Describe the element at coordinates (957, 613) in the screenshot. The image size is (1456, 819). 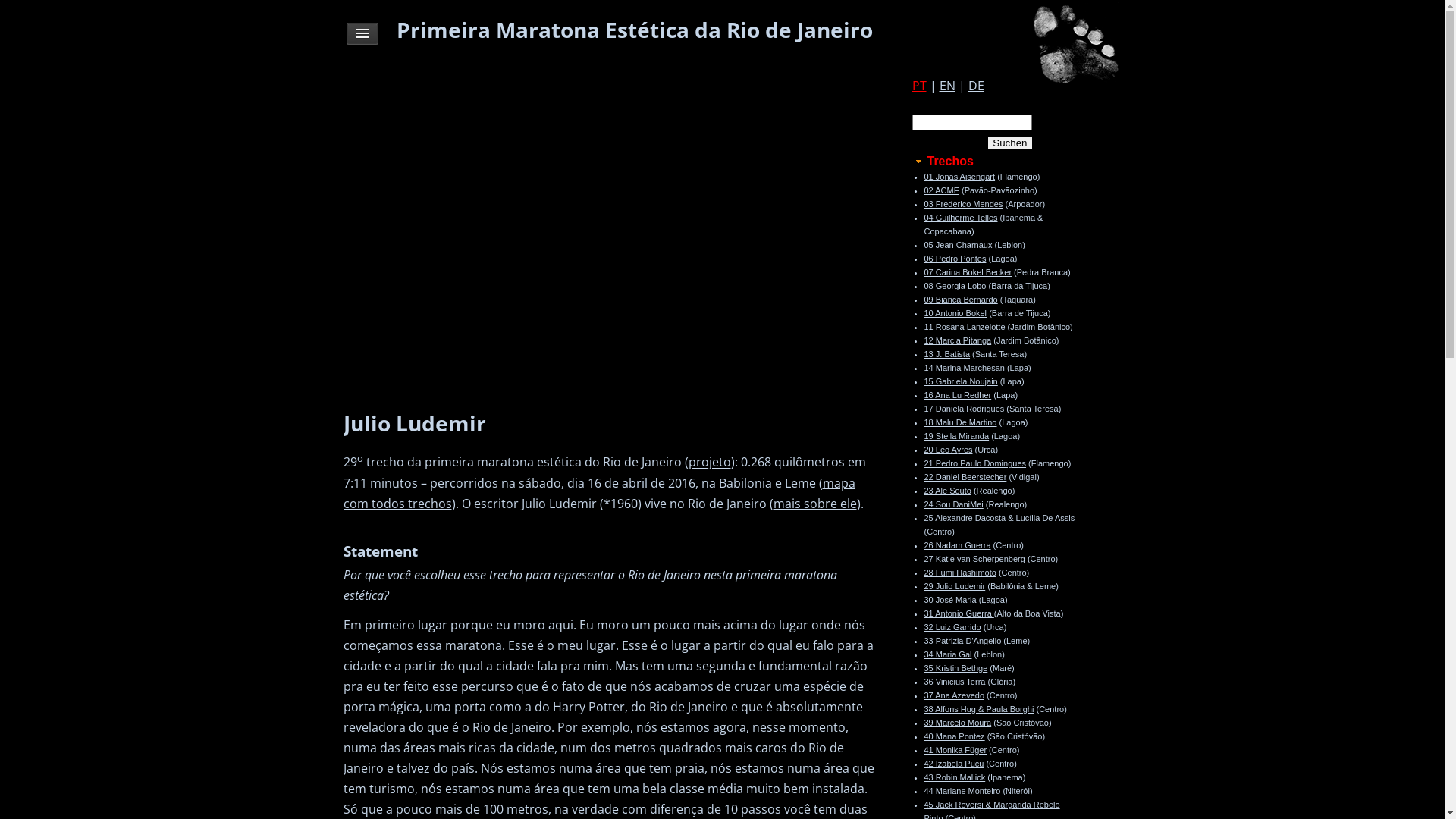
I see `'31 Antonio Guerra'` at that location.